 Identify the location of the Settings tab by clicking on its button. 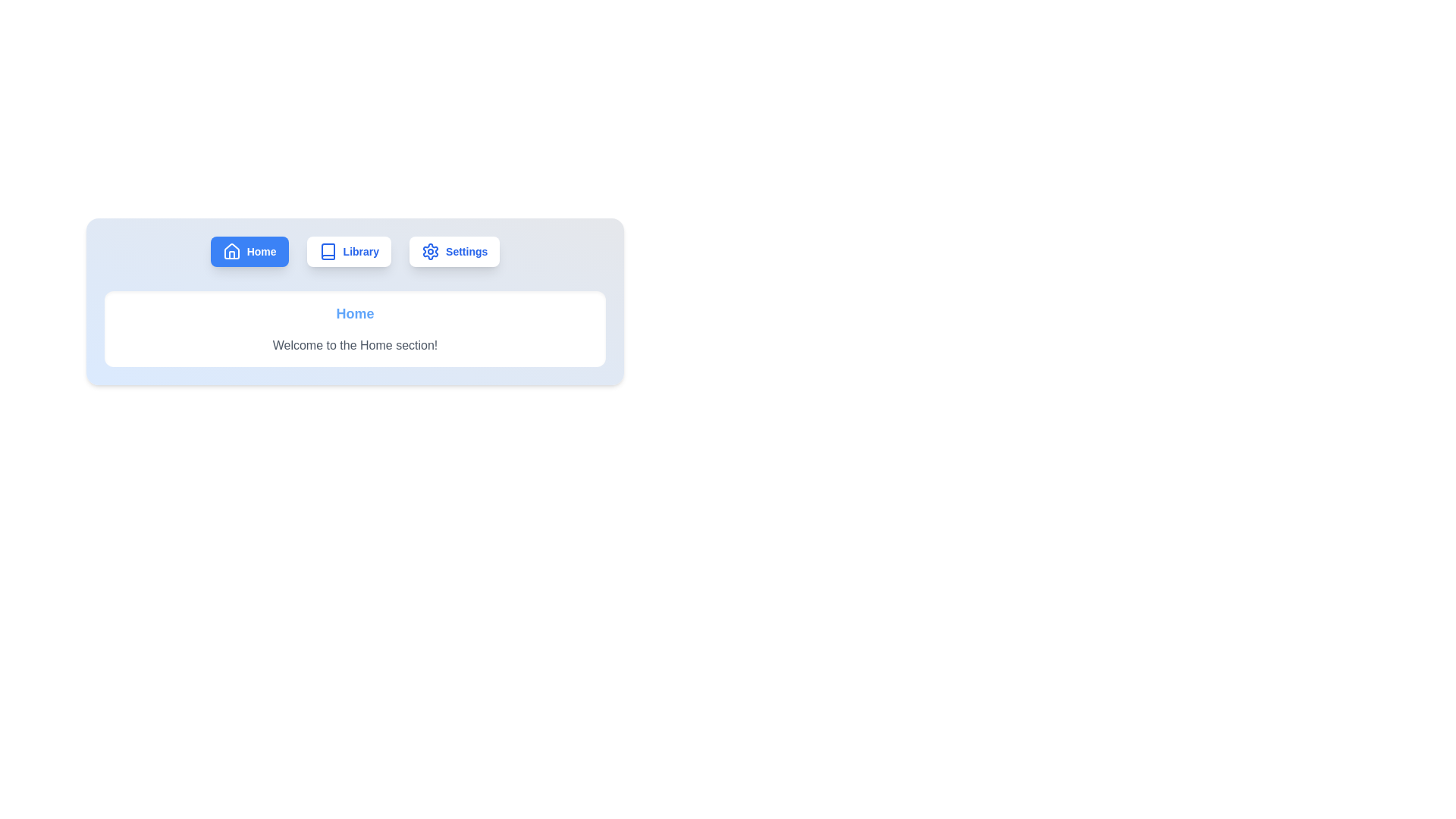
(454, 250).